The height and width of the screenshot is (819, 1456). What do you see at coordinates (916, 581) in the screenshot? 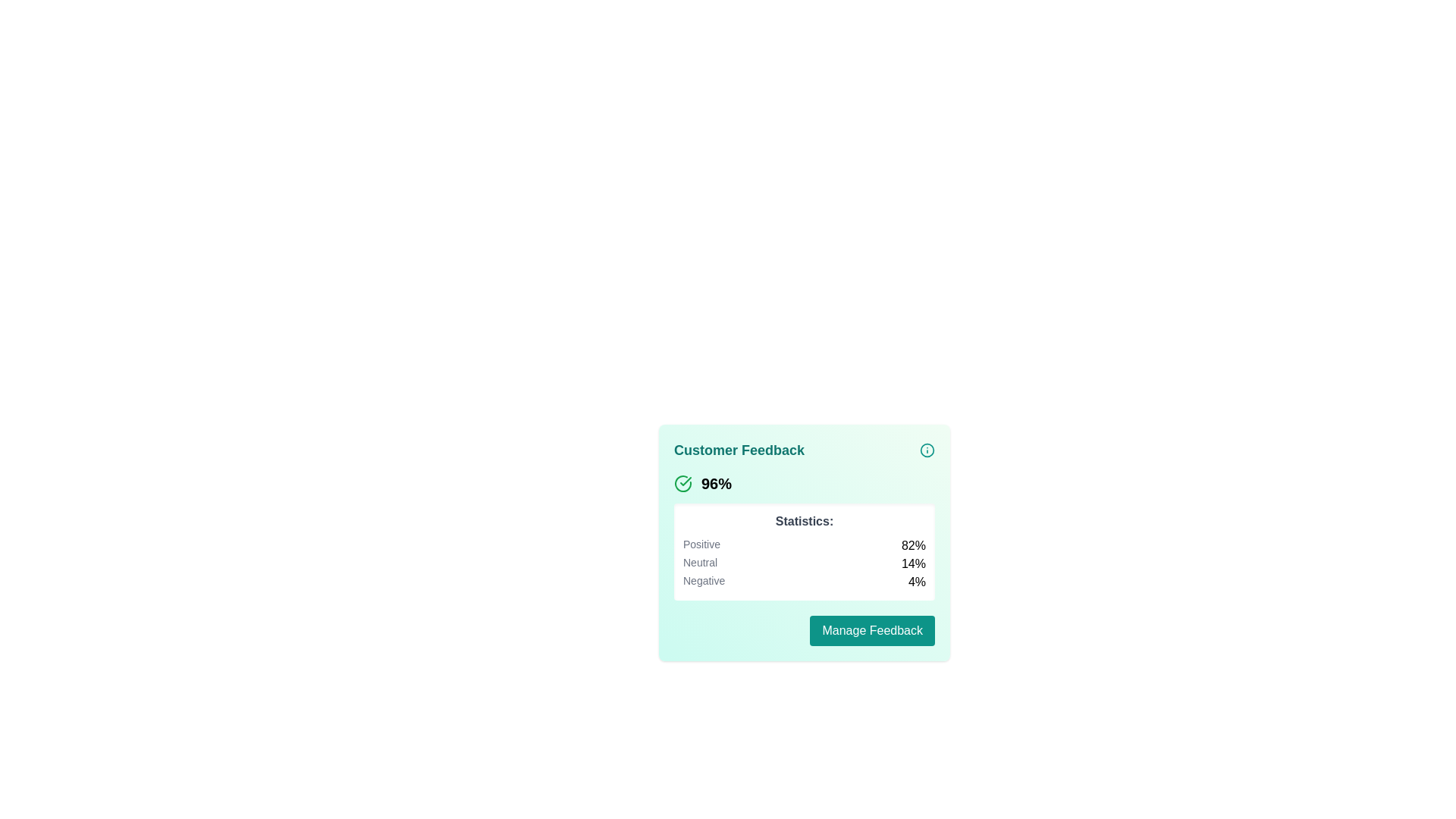
I see `the text label element displaying '4%' located in the bottom-right section of the statistic box, under the label 'Negative'` at bounding box center [916, 581].